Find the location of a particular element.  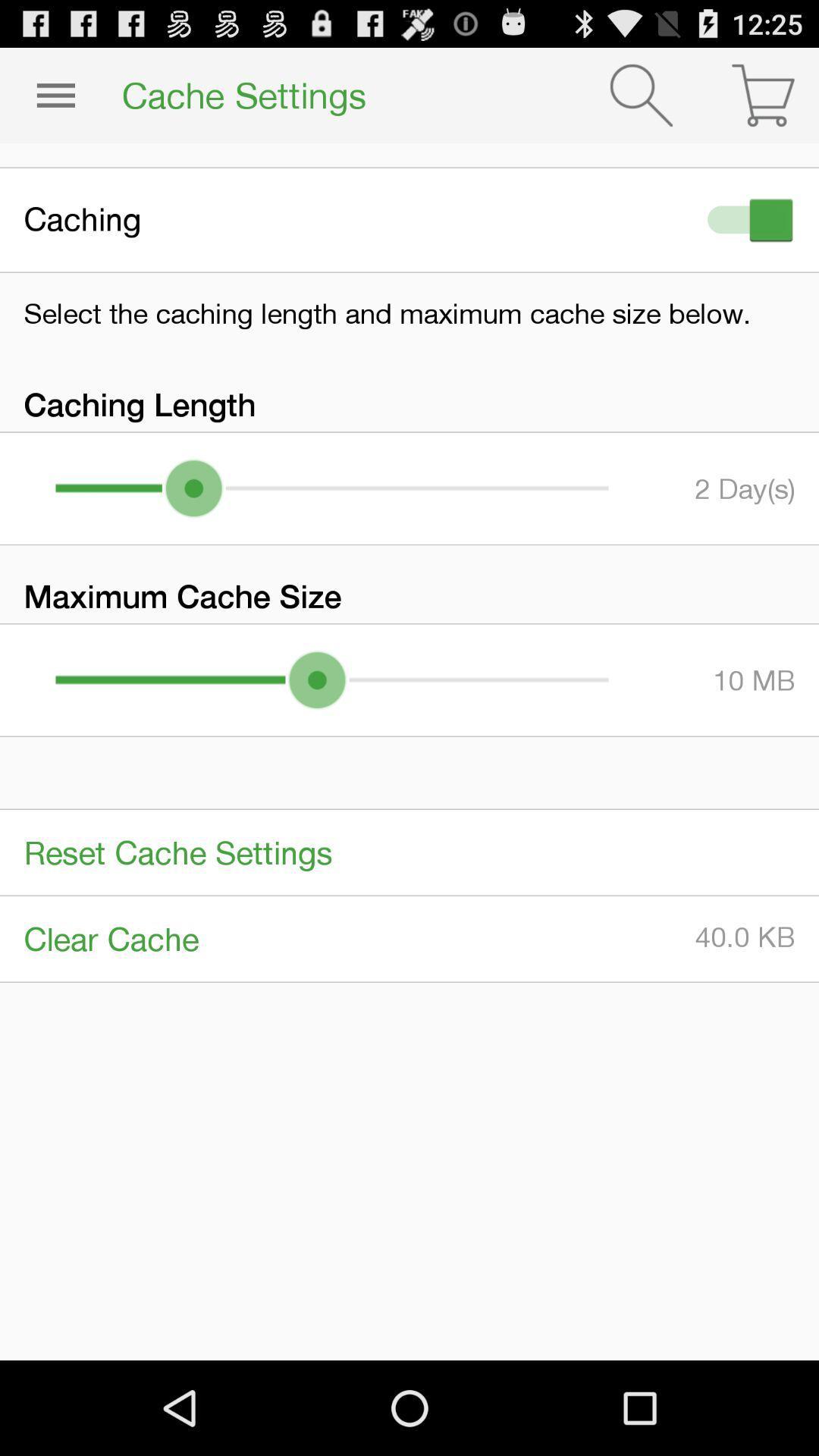

more options button is located at coordinates (55, 94).